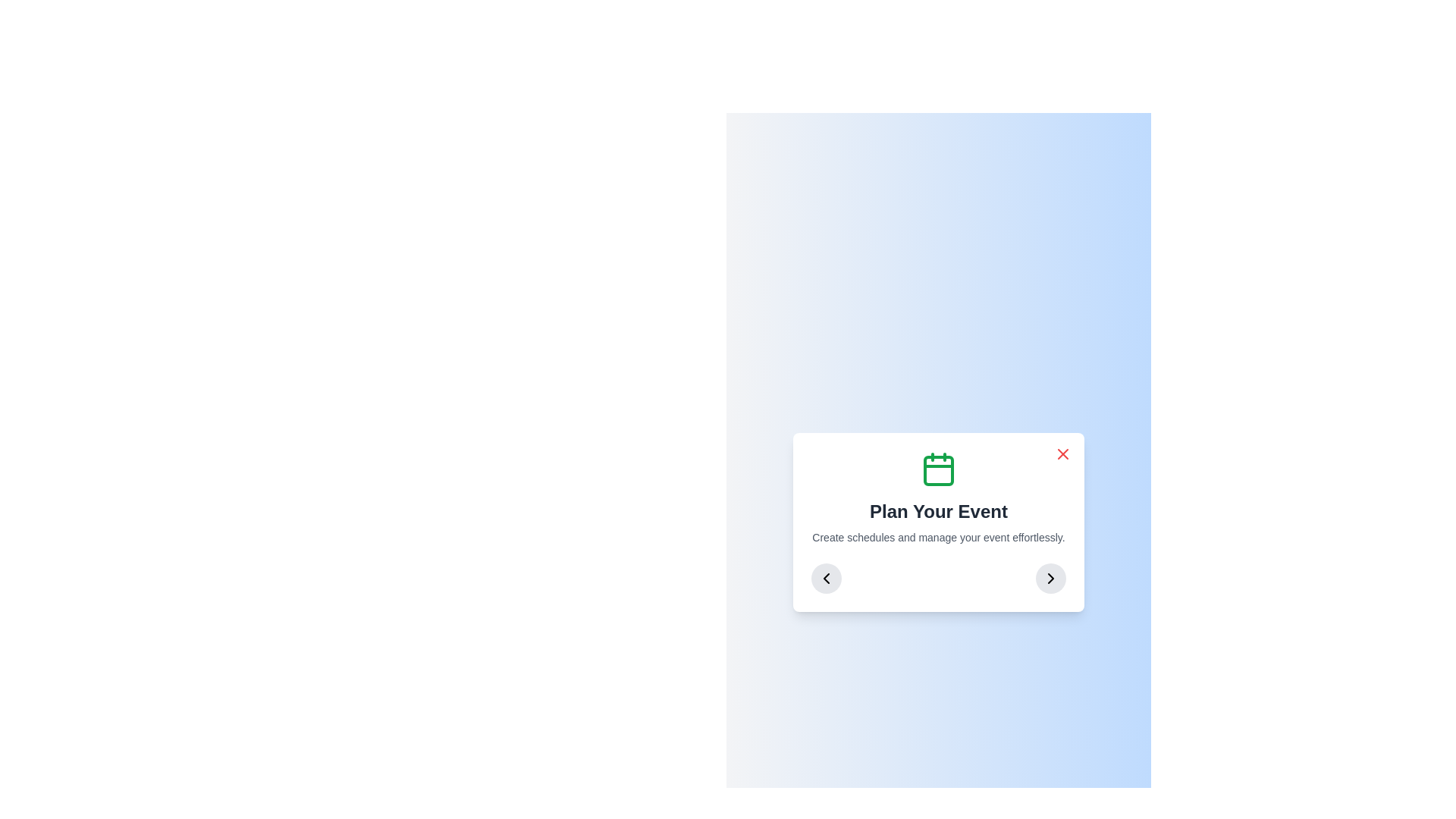 The width and height of the screenshot is (1456, 819). I want to click on the left navigation button positioned within a modal interface, so click(825, 579).